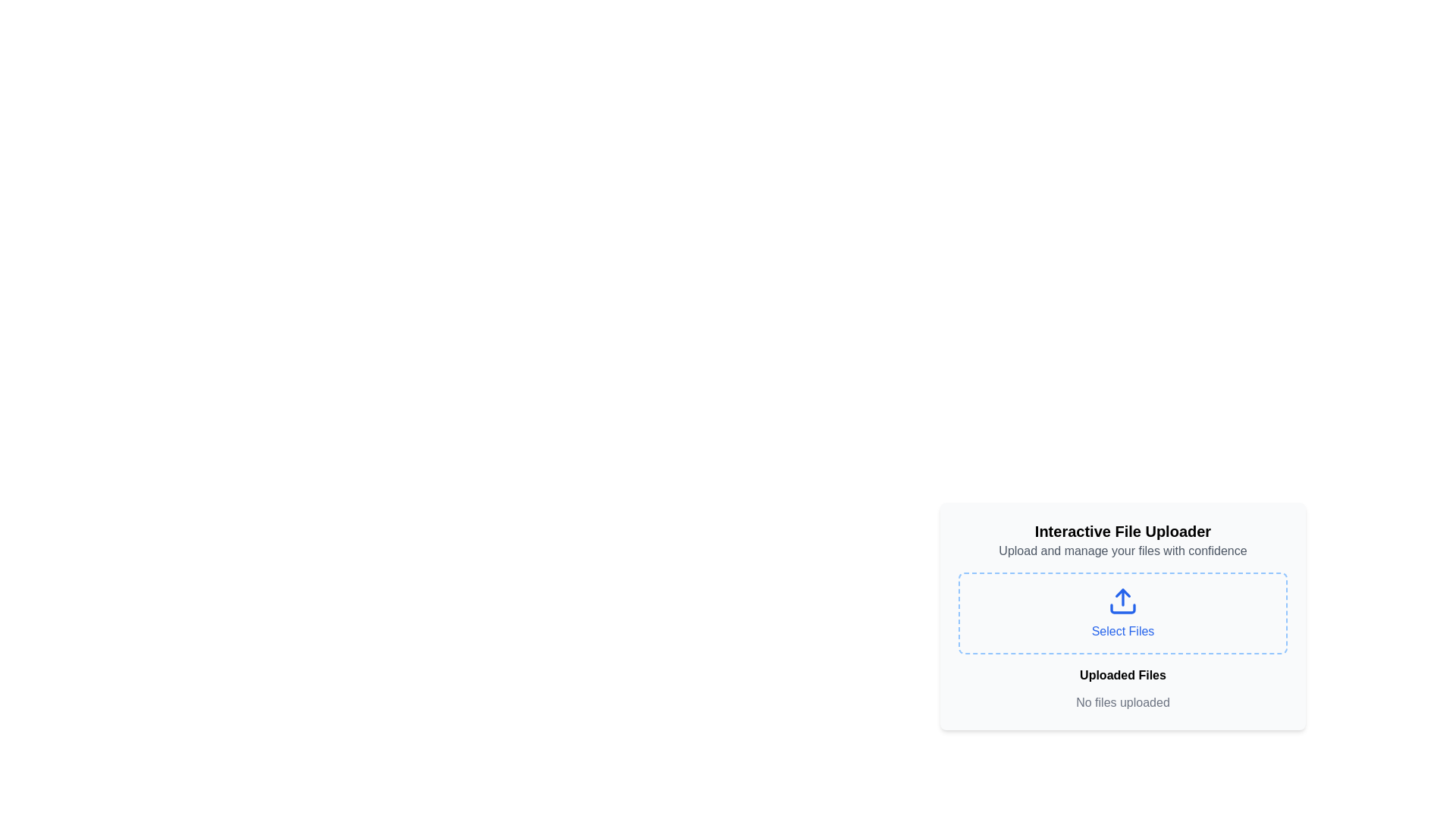  I want to click on the 'Select Files' text label to initiate the file selection workflow, which opens the file explorer for uploading files, so click(1122, 631).